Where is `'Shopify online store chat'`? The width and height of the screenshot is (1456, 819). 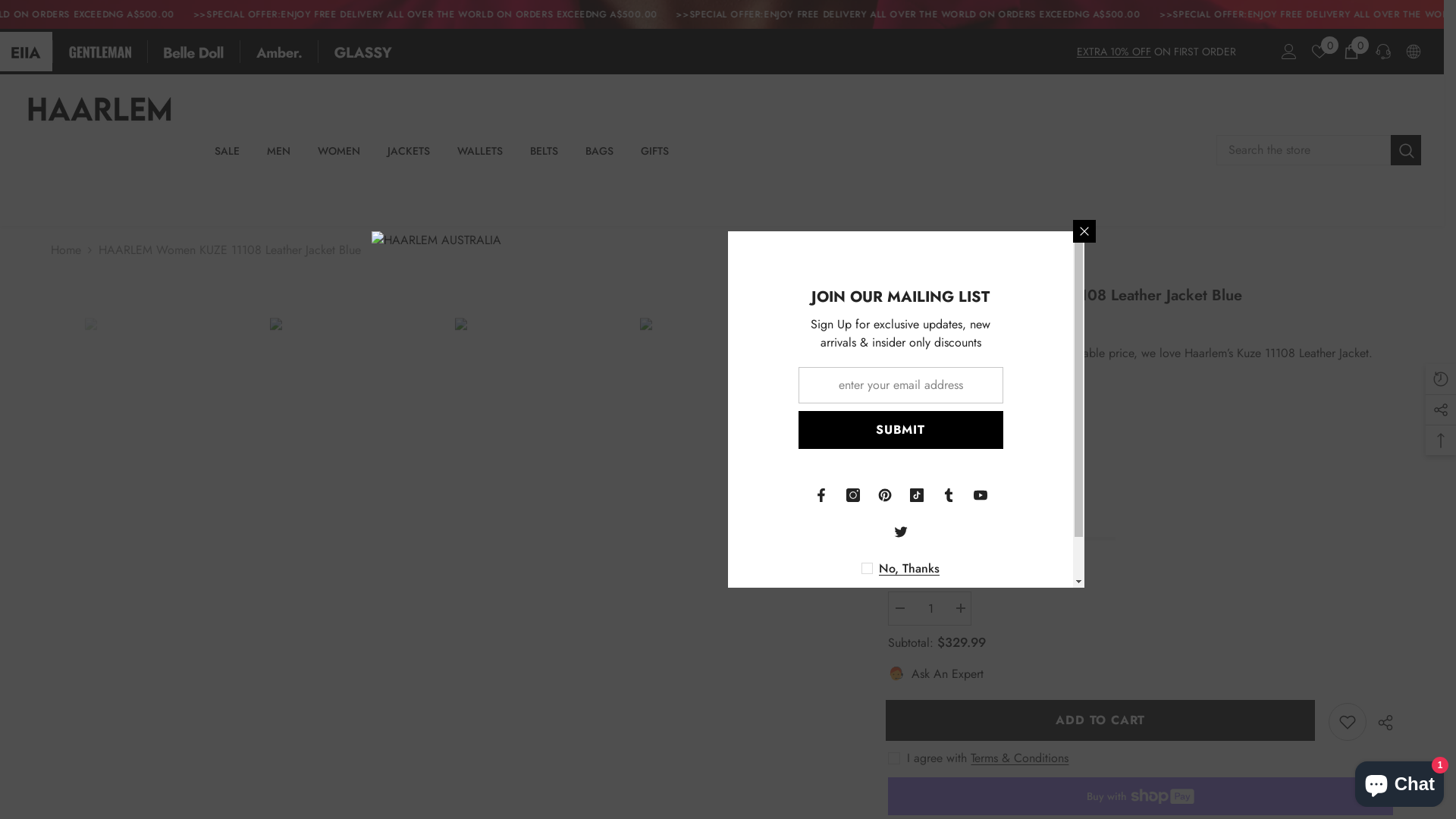 'Shopify online store chat' is located at coordinates (1398, 780).